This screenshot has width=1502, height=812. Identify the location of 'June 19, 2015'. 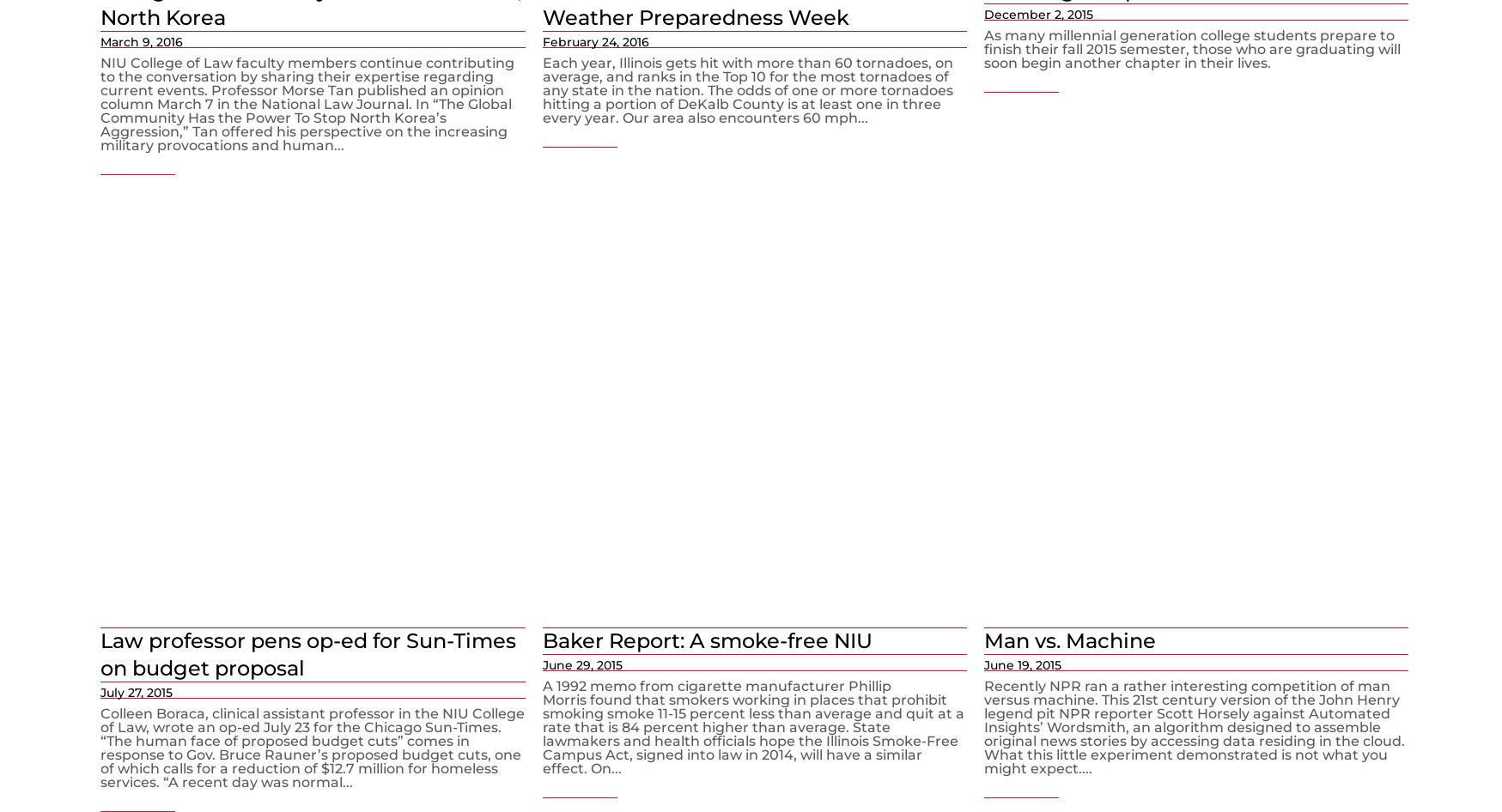
(1022, 664).